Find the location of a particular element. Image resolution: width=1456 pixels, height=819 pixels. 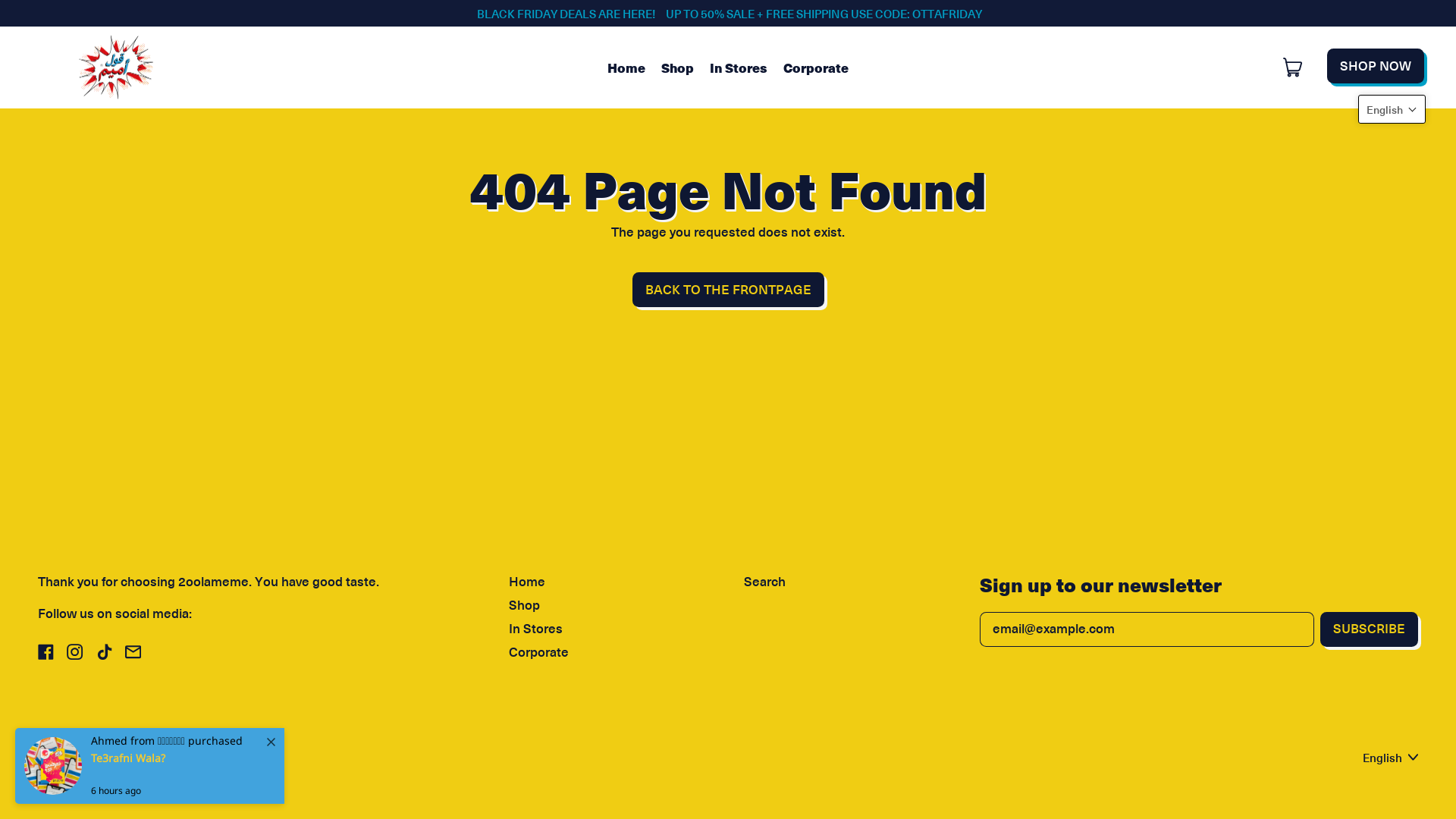

'Corporate' is located at coordinates (775, 66).